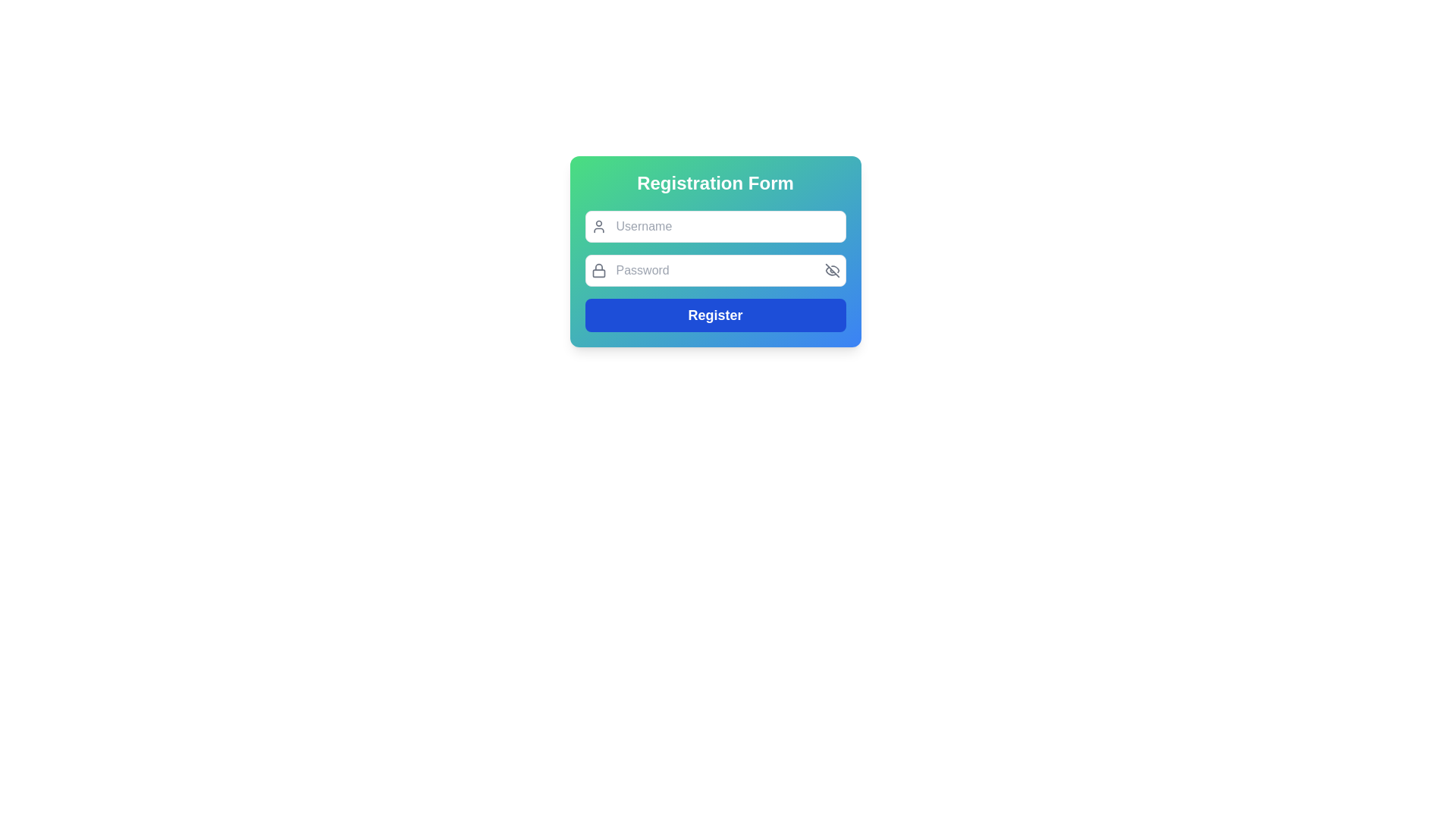 The width and height of the screenshot is (1456, 819). Describe the element at coordinates (598, 227) in the screenshot. I see `the small user icon, which is an outline of a person, positioned to the left of the 'Username' input box` at that location.